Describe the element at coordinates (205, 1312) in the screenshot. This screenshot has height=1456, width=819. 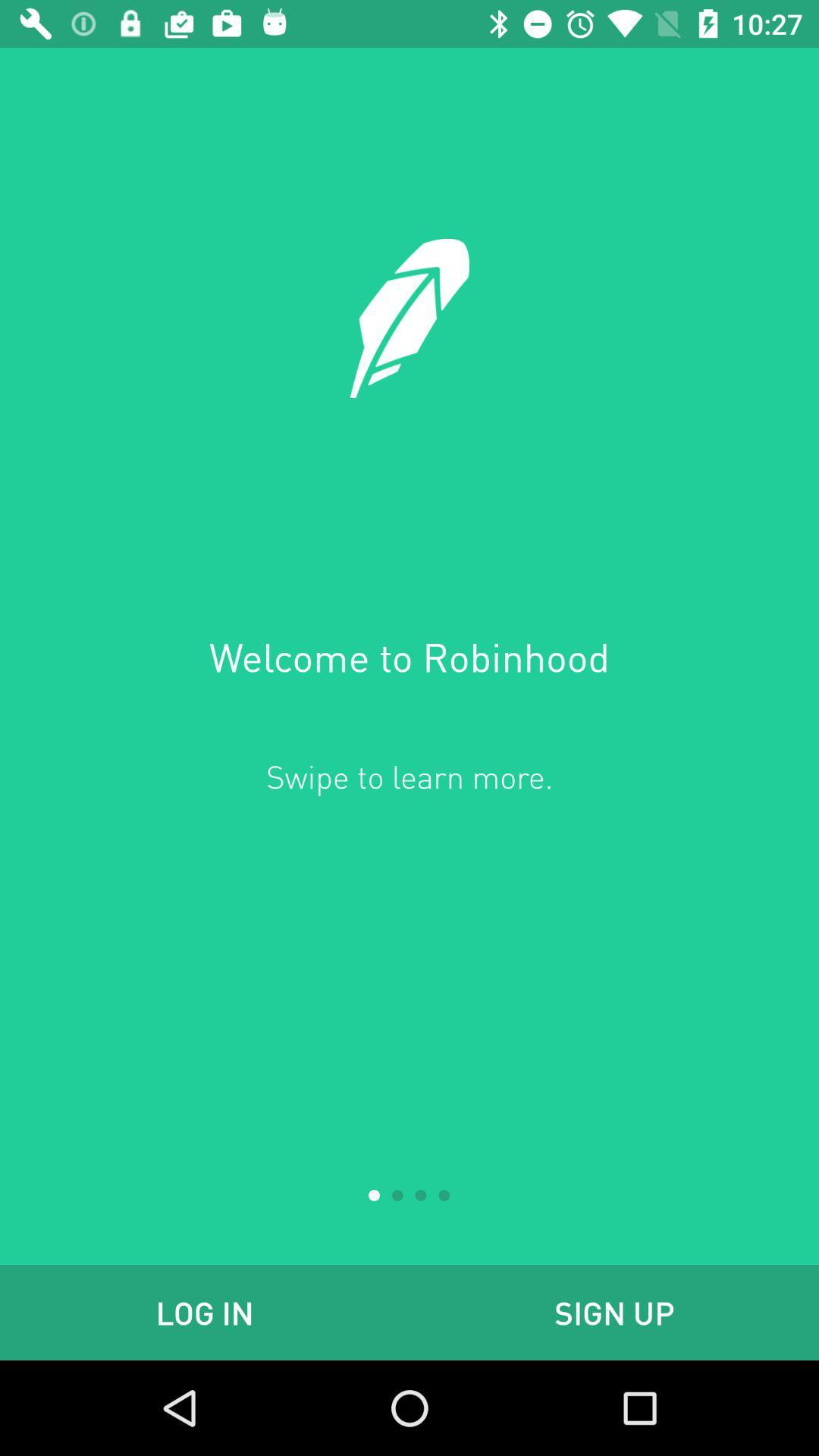
I see `icon next to the sign up item` at that location.